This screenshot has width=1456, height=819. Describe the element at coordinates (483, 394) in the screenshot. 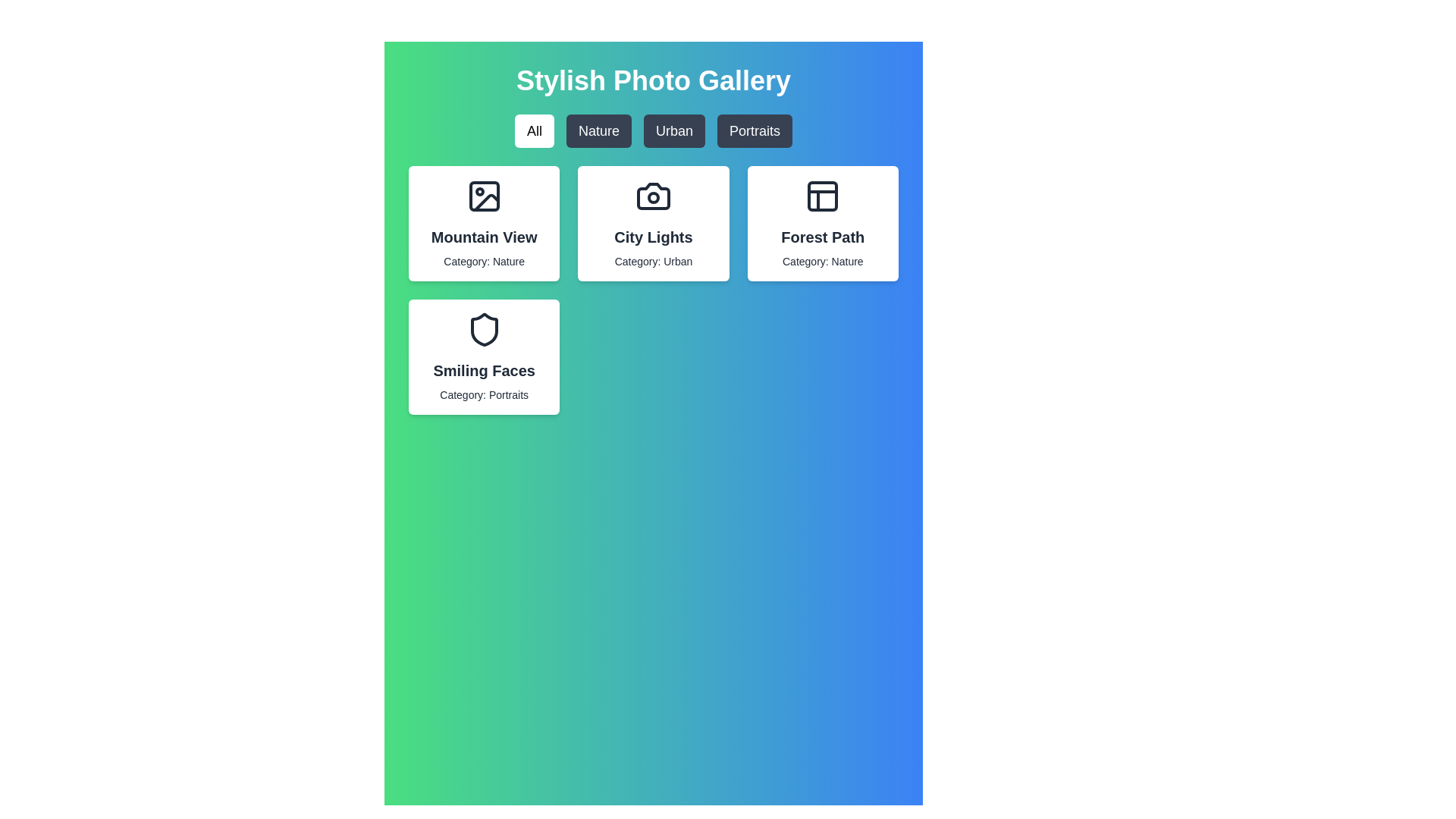

I see `text of the 'Portraits' category label located beneath the title 'Smiling Faces' in the second row of the grid` at that location.